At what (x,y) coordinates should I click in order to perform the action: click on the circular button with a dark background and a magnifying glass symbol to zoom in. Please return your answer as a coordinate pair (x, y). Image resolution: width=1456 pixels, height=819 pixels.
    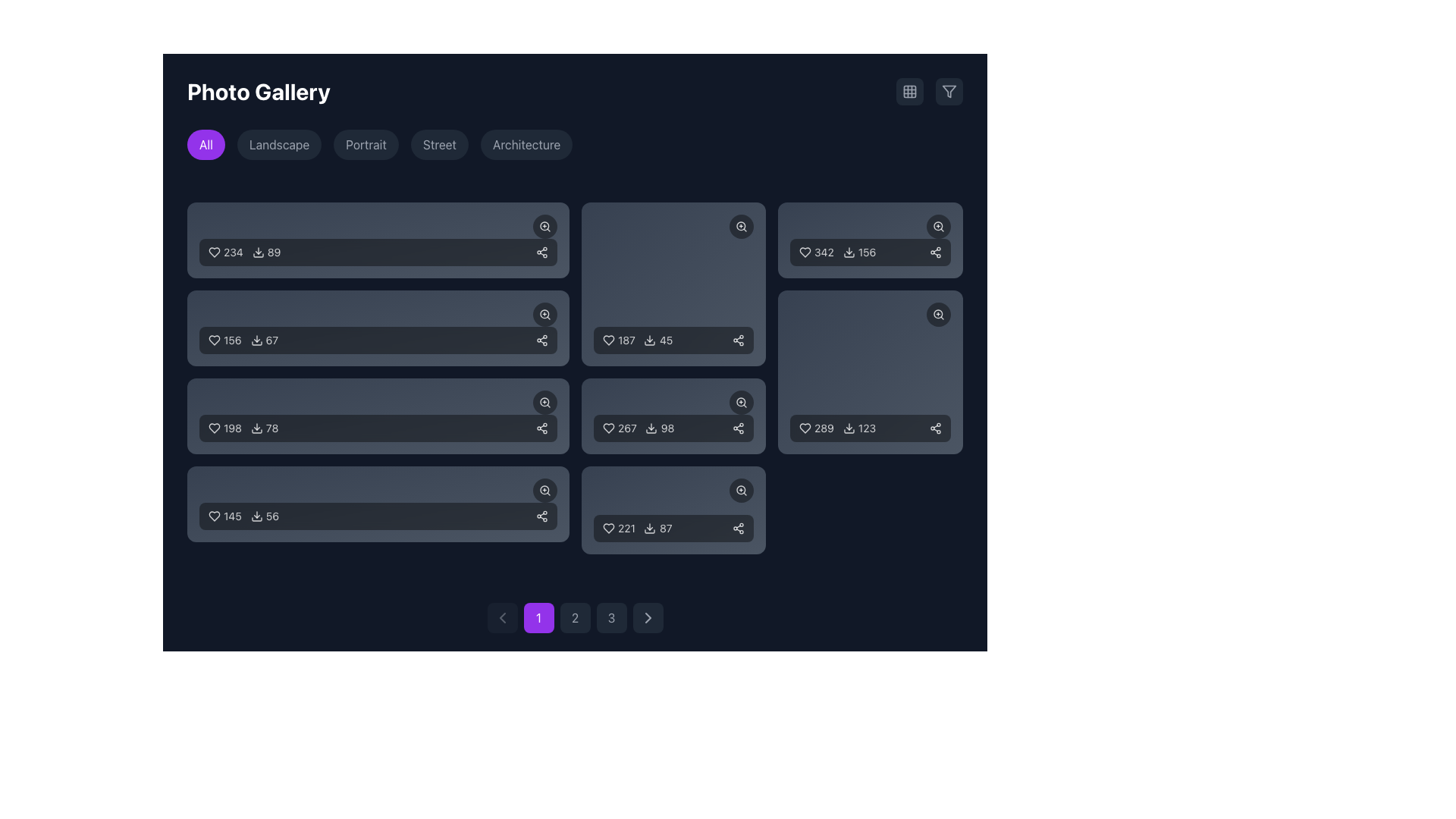
    Looking at the image, I should click on (742, 491).